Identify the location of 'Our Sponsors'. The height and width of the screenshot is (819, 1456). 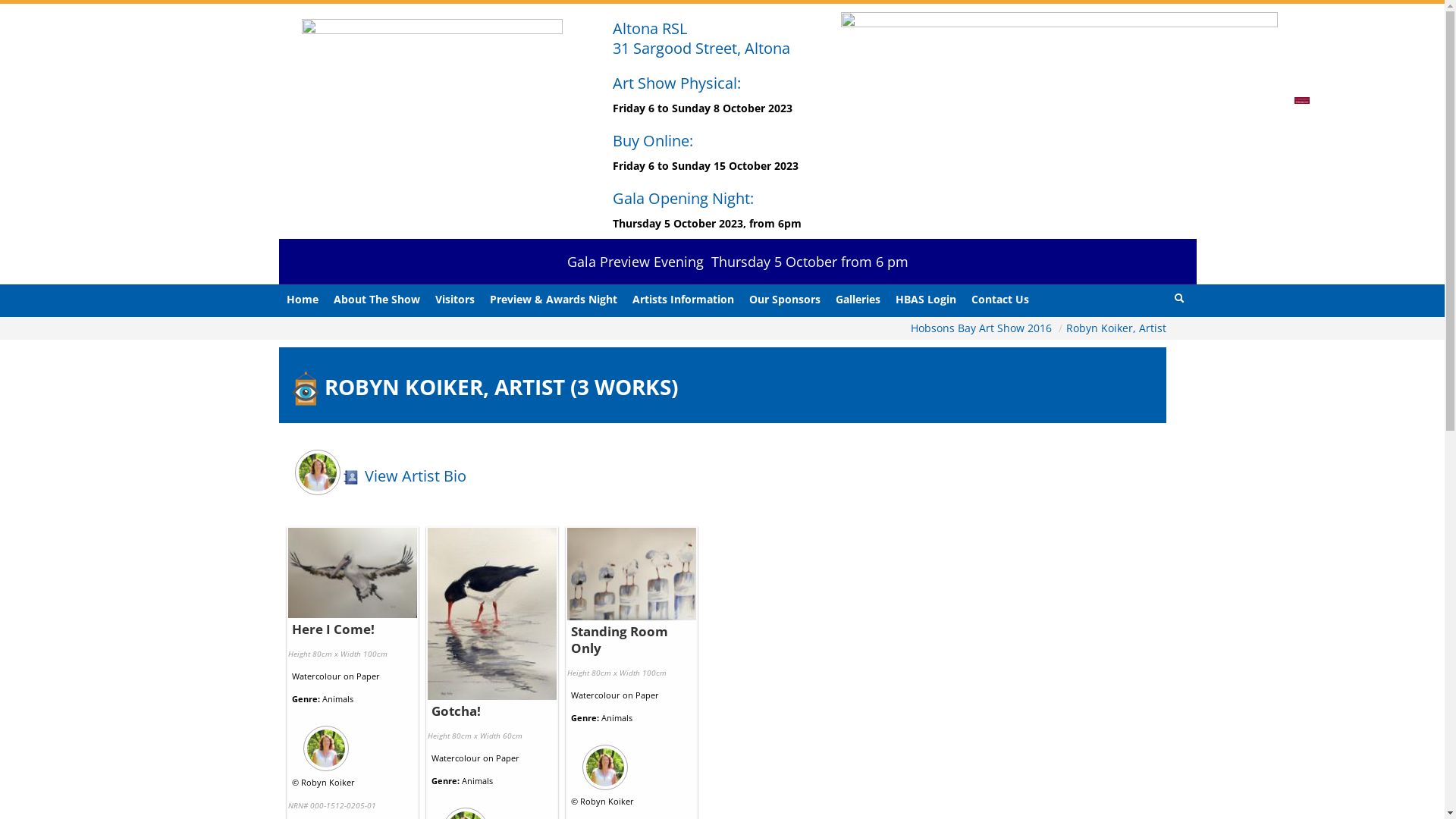
(785, 299).